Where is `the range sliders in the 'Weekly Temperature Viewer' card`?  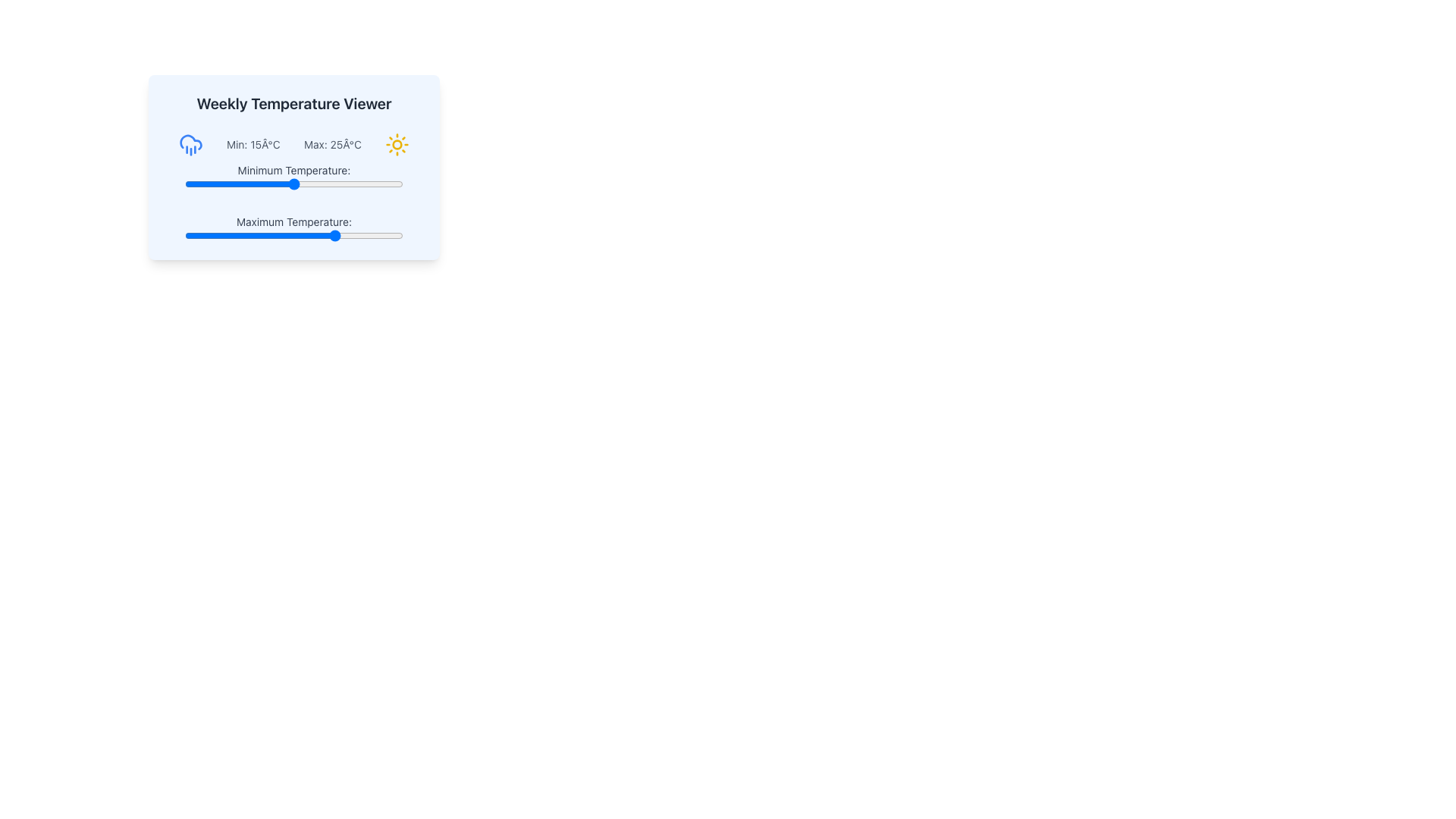 the range sliders in the 'Weekly Temperature Viewer' card is located at coordinates (294, 201).